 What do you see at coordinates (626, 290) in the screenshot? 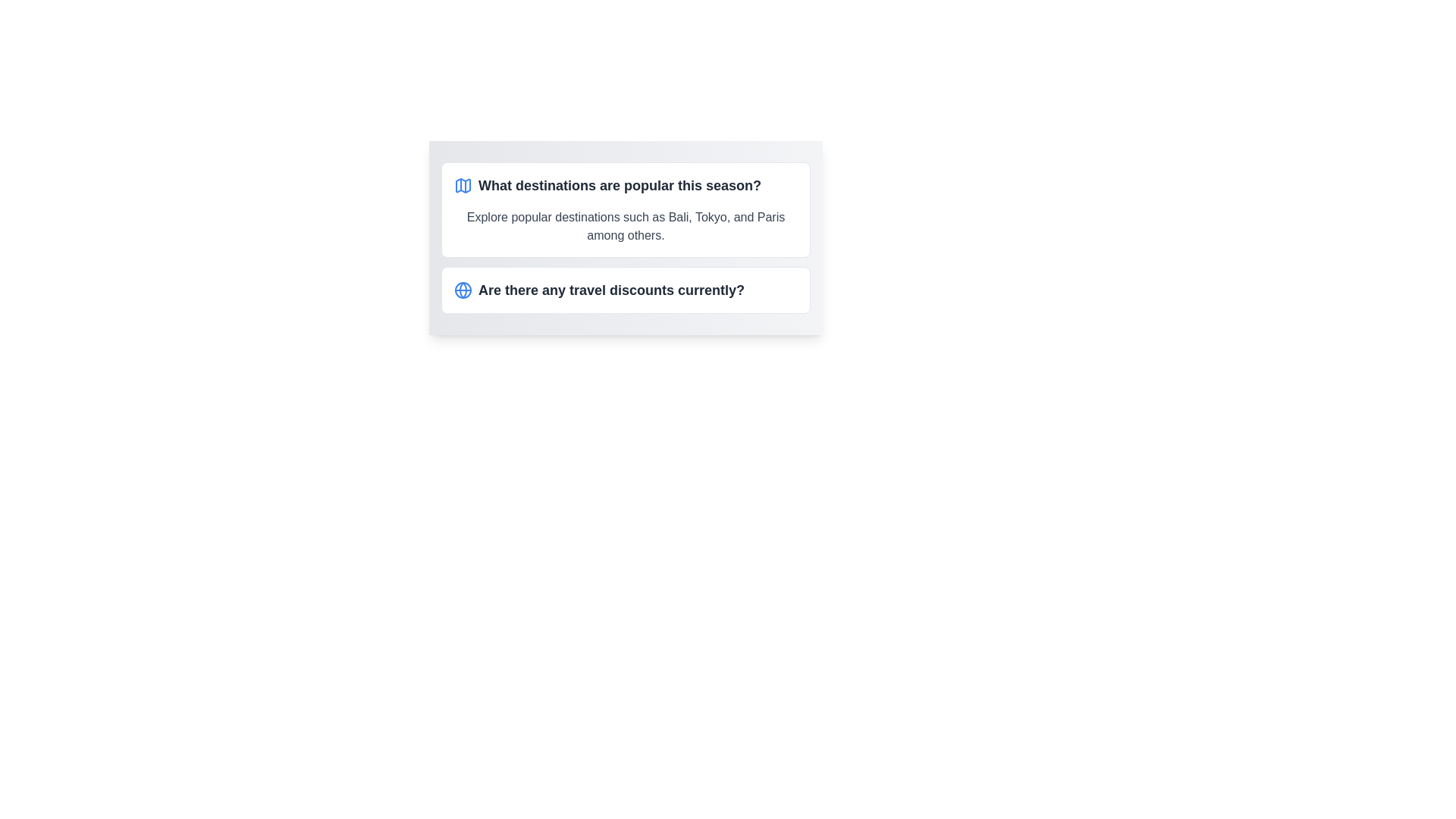
I see `the text block with an icon that presents information related to travel discounts, located below the section titled 'What destinations are popular this season?'` at bounding box center [626, 290].